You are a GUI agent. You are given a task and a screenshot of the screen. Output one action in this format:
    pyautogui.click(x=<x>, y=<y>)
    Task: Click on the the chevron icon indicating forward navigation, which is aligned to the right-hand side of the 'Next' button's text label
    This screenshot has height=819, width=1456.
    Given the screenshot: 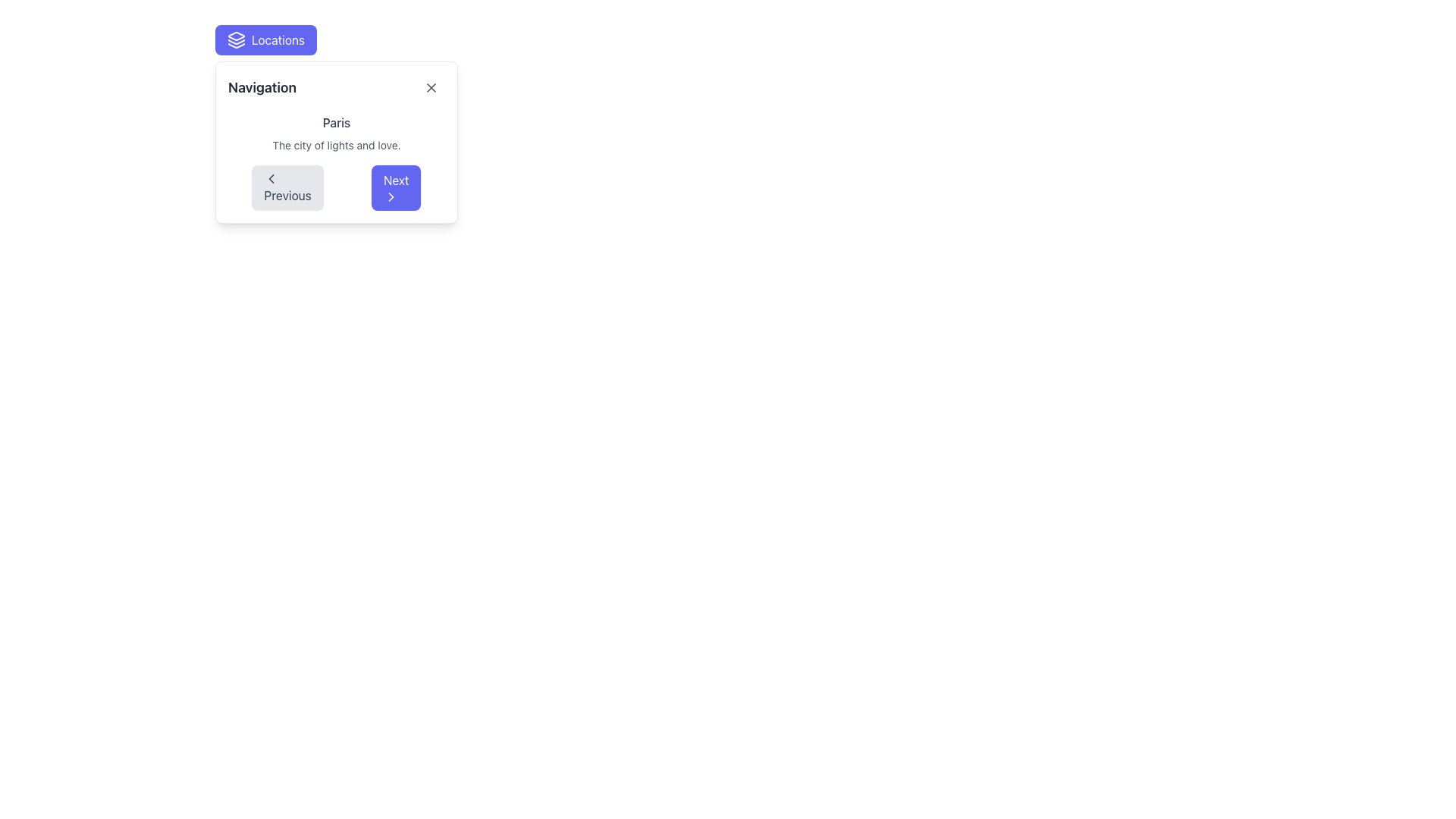 What is the action you would take?
    pyautogui.click(x=391, y=196)
    